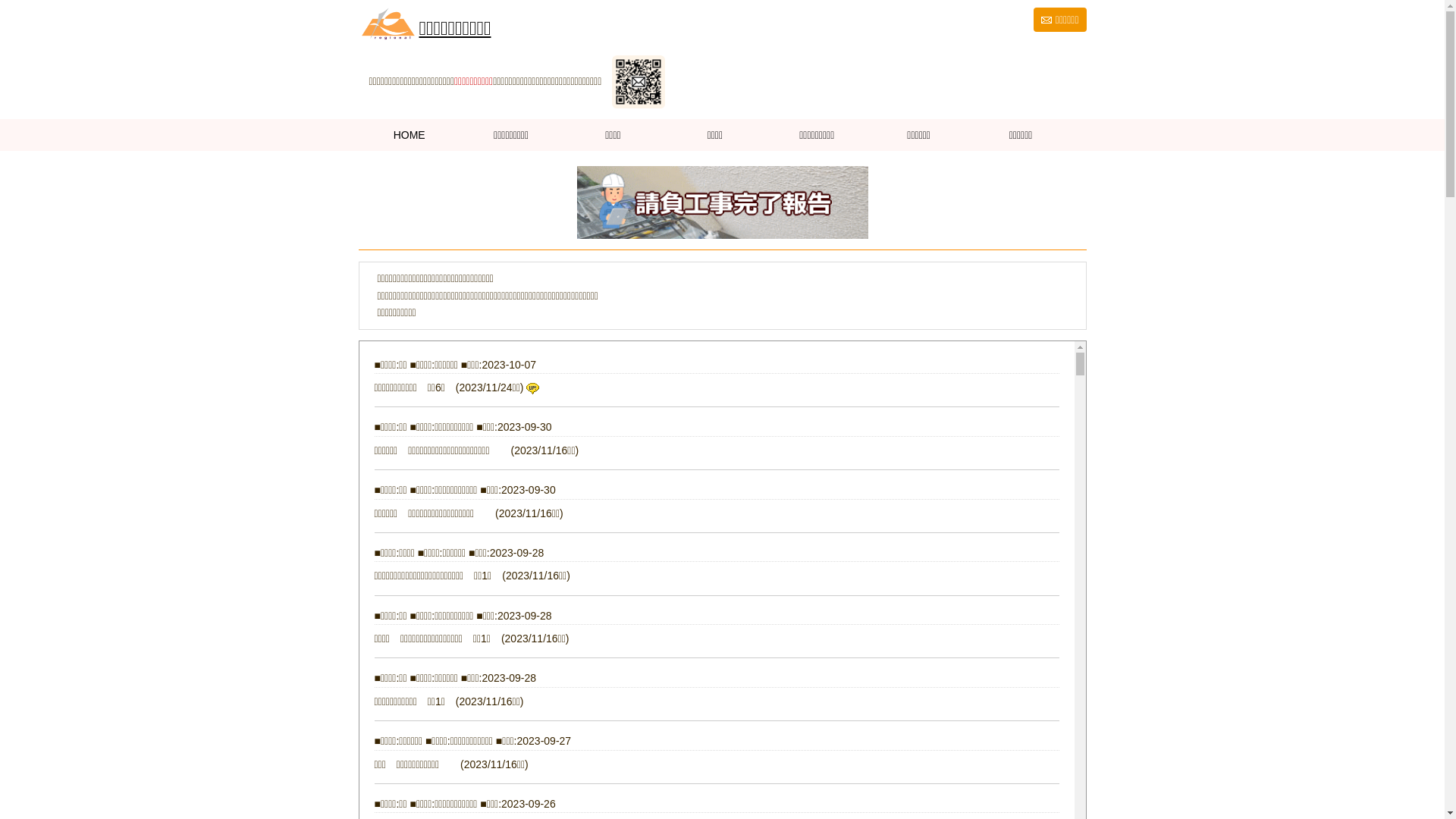 This screenshot has width=1456, height=819. Describe the element at coordinates (408, 133) in the screenshot. I see `'HOME'` at that location.